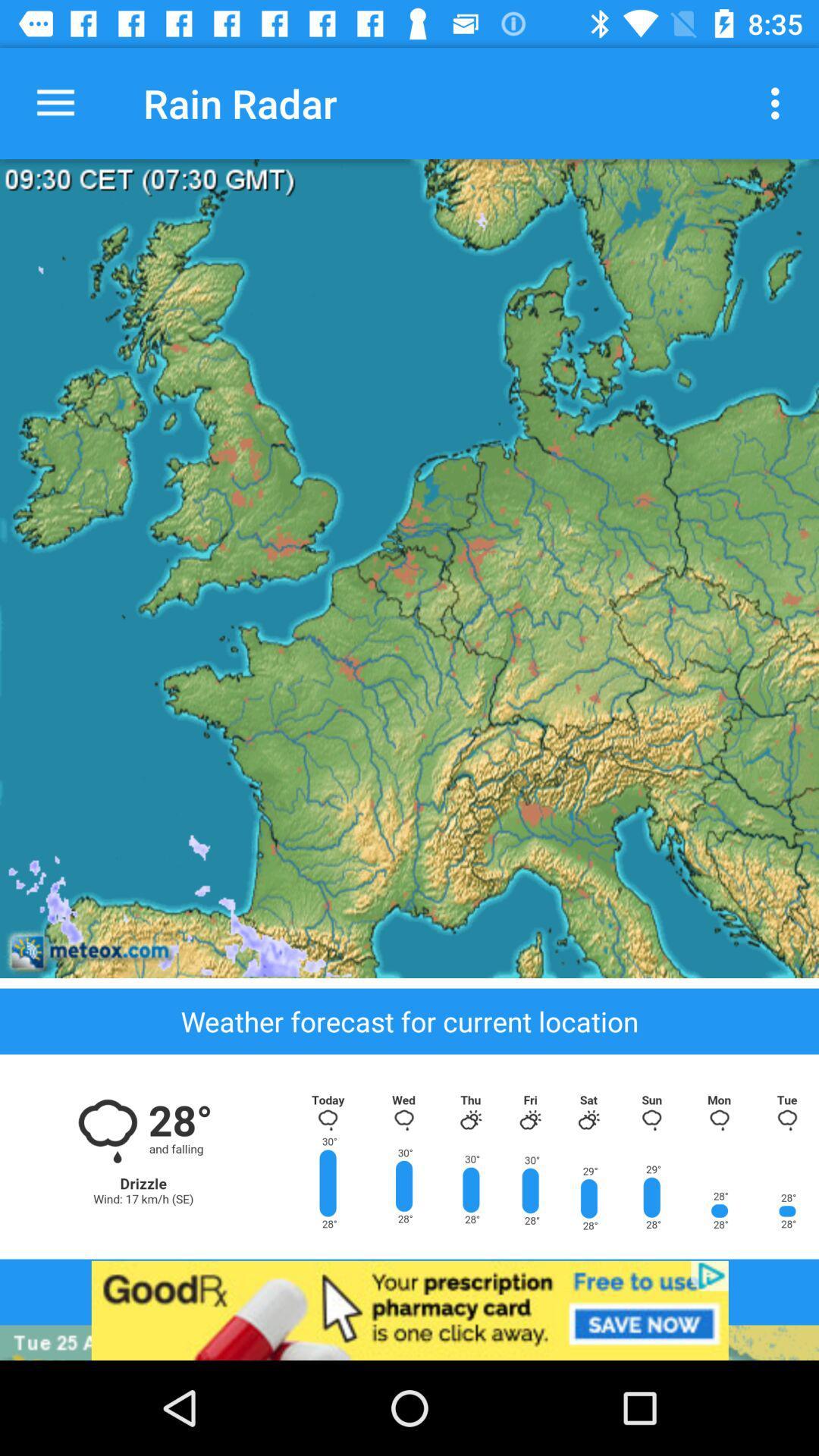 This screenshot has width=819, height=1456. I want to click on view advertisements options, so click(409, 1310).